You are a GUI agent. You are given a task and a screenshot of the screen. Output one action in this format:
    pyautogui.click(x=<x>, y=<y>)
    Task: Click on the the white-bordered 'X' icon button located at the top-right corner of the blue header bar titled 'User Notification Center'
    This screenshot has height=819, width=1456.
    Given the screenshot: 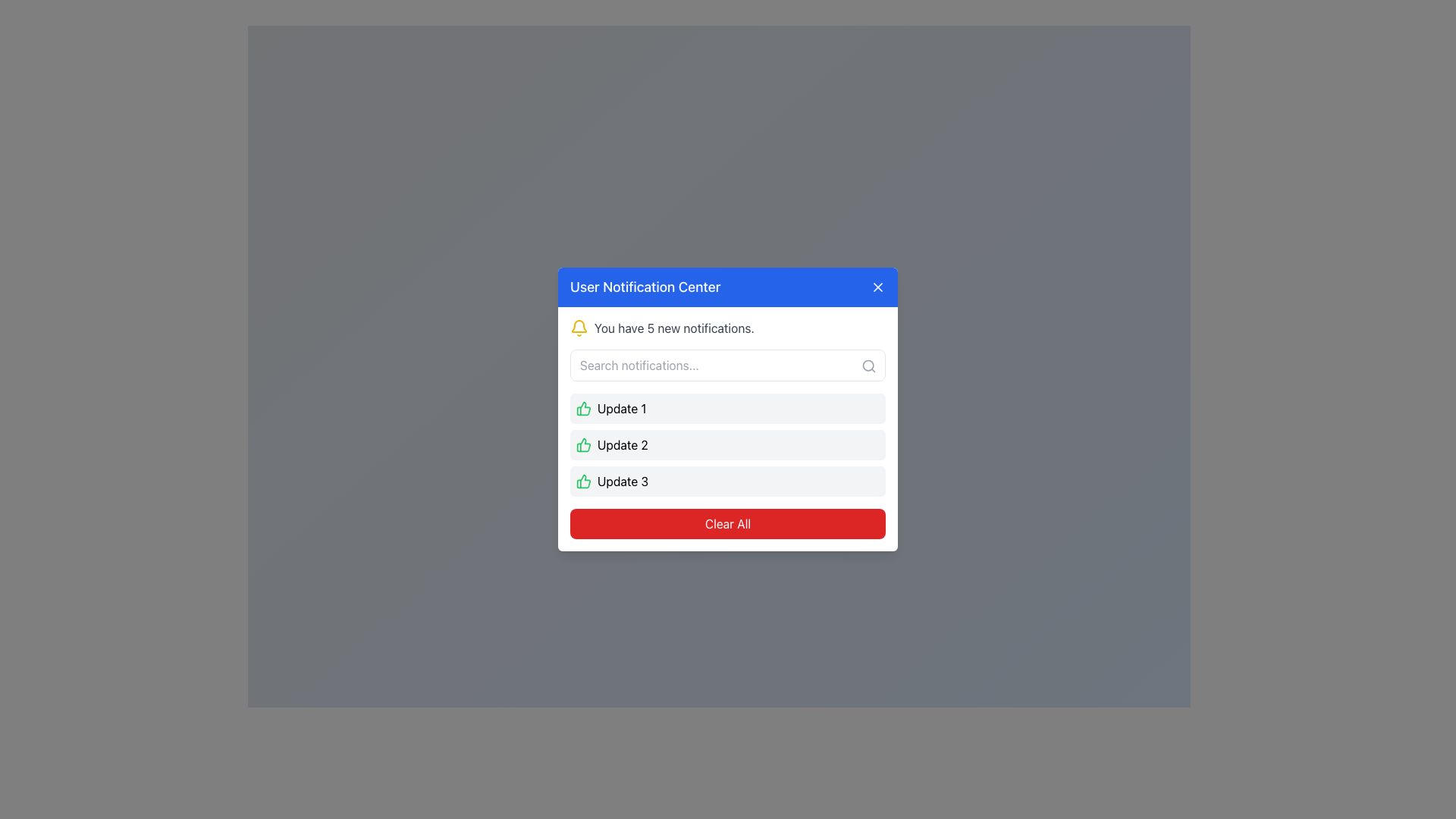 What is the action you would take?
    pyautogui.click(x=877, y=287)
    